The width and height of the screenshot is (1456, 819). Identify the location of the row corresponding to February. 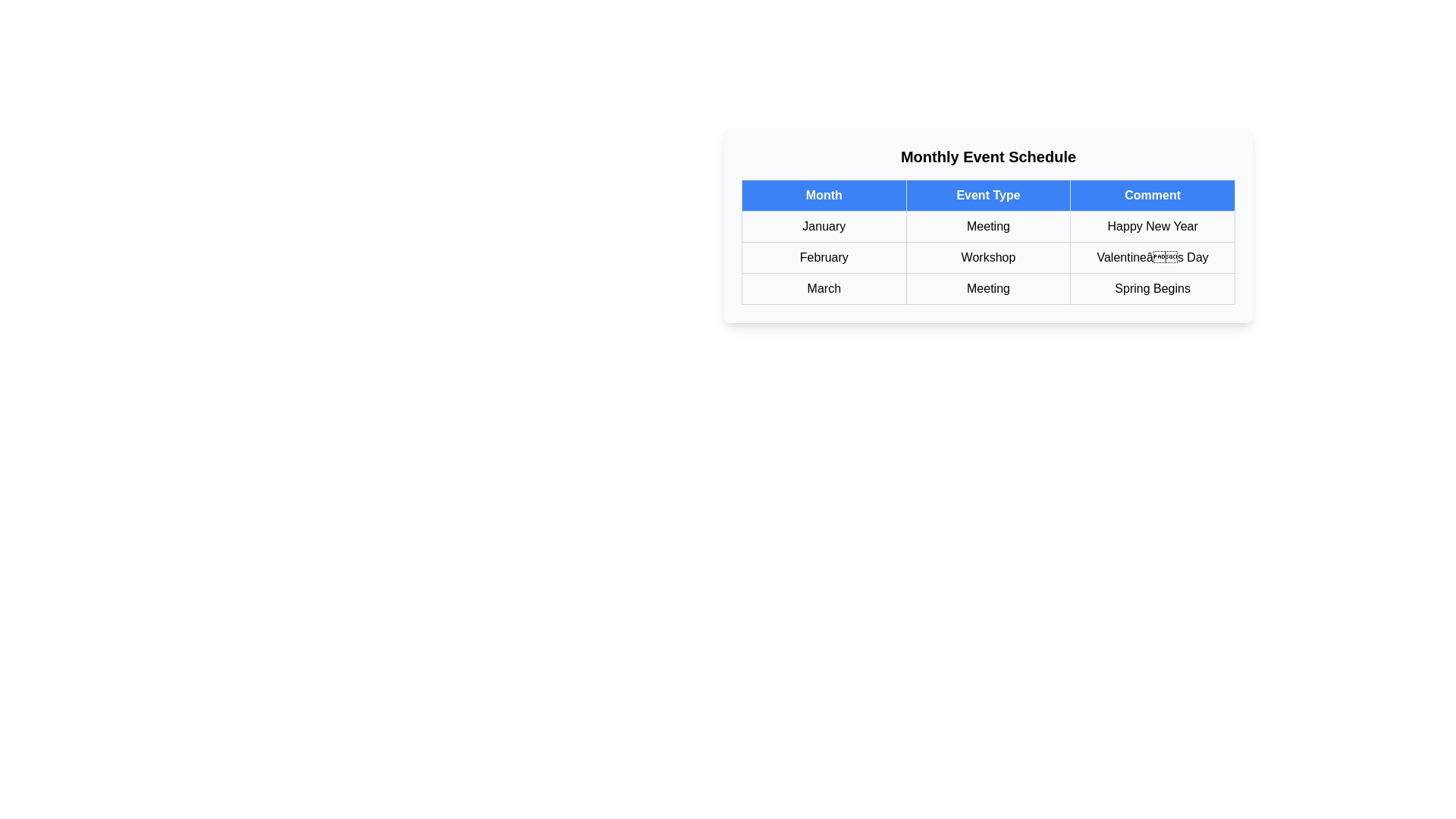
(988, 256).